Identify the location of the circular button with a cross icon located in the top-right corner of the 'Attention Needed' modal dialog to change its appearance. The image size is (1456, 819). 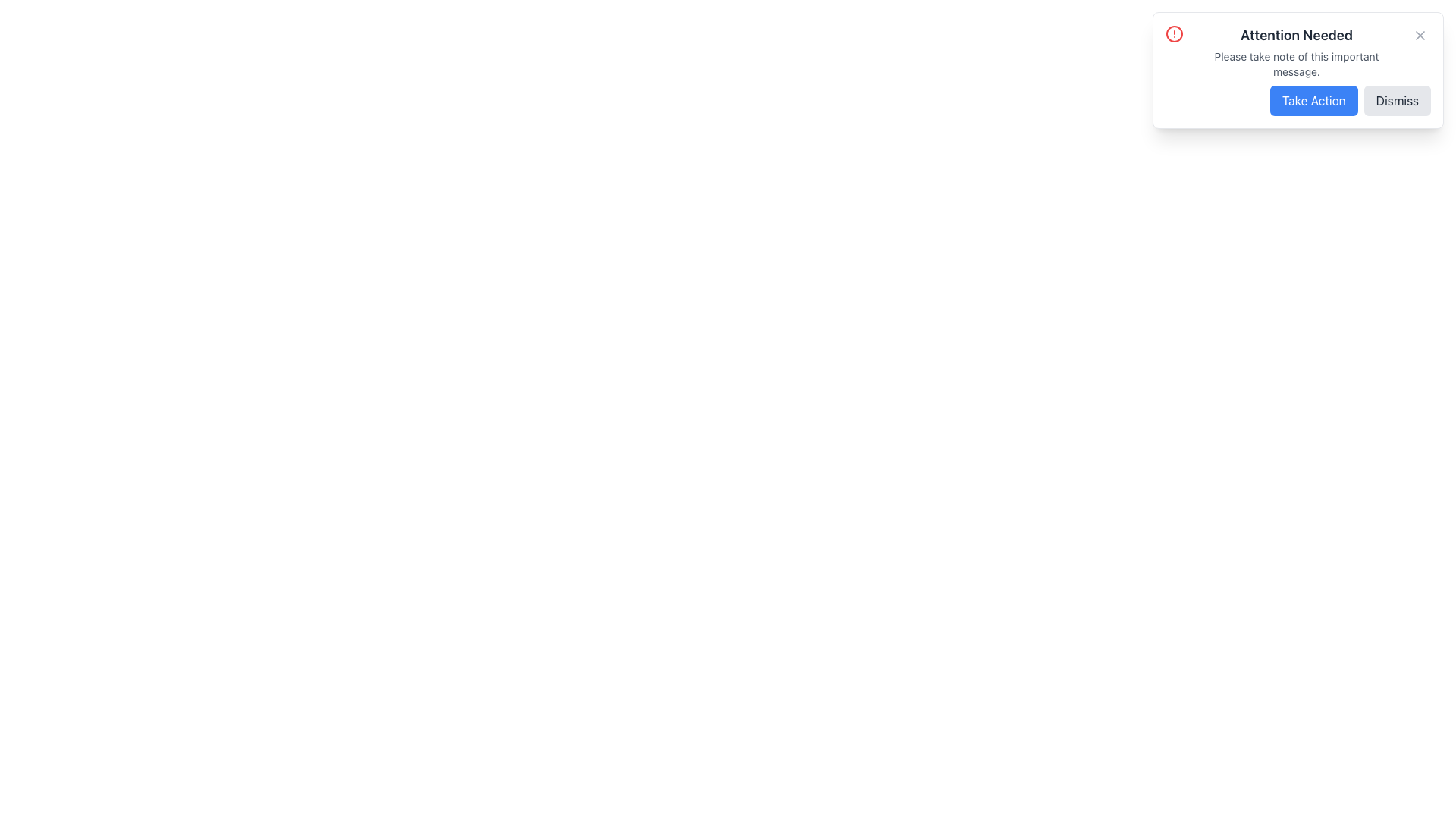
(1419, 34).